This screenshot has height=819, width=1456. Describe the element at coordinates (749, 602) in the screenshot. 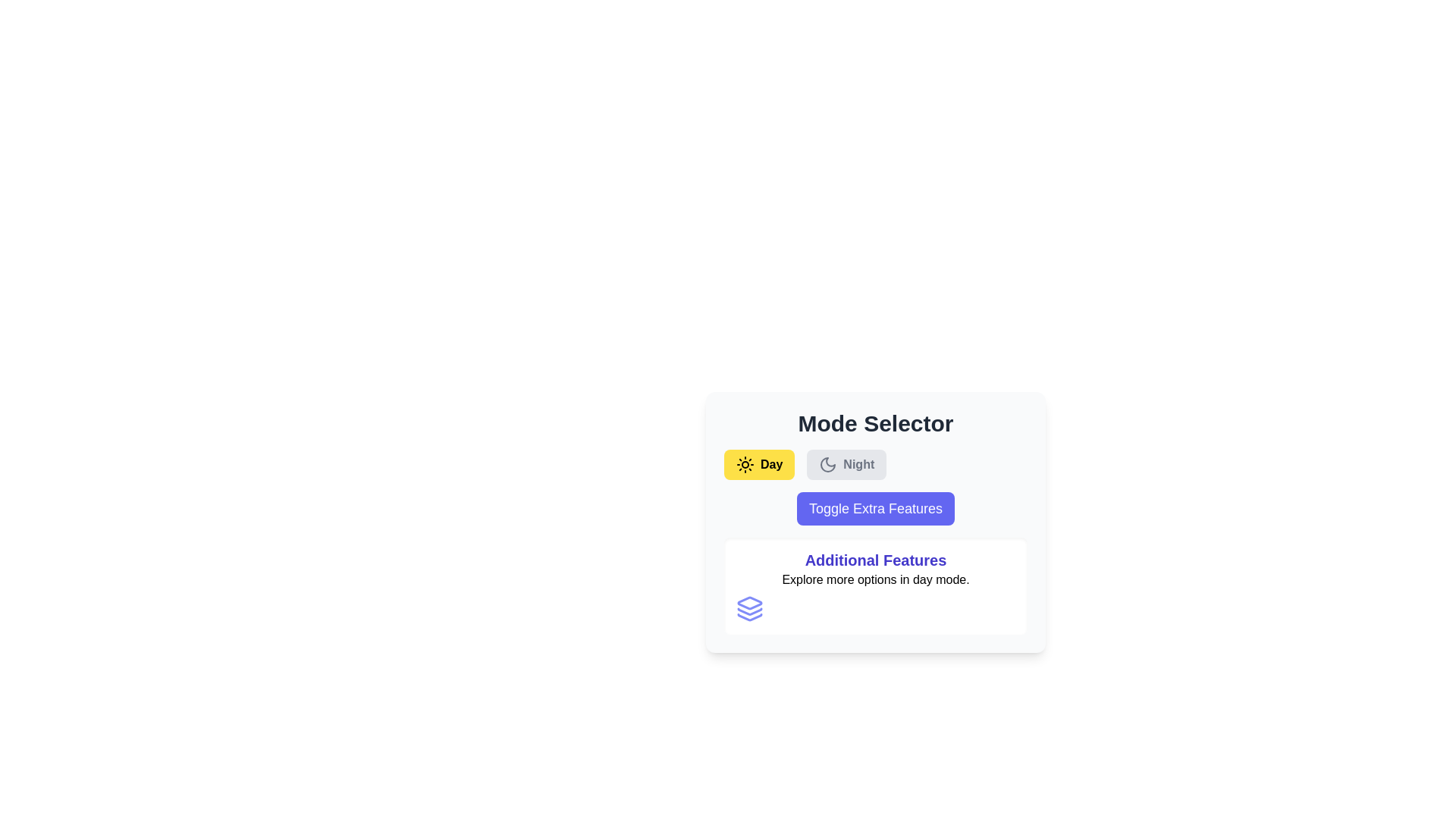

I see `the topmost Icon/SVG graphic within the 'Additional Features' card, which symbolizes layers or multiple levels` at that location.